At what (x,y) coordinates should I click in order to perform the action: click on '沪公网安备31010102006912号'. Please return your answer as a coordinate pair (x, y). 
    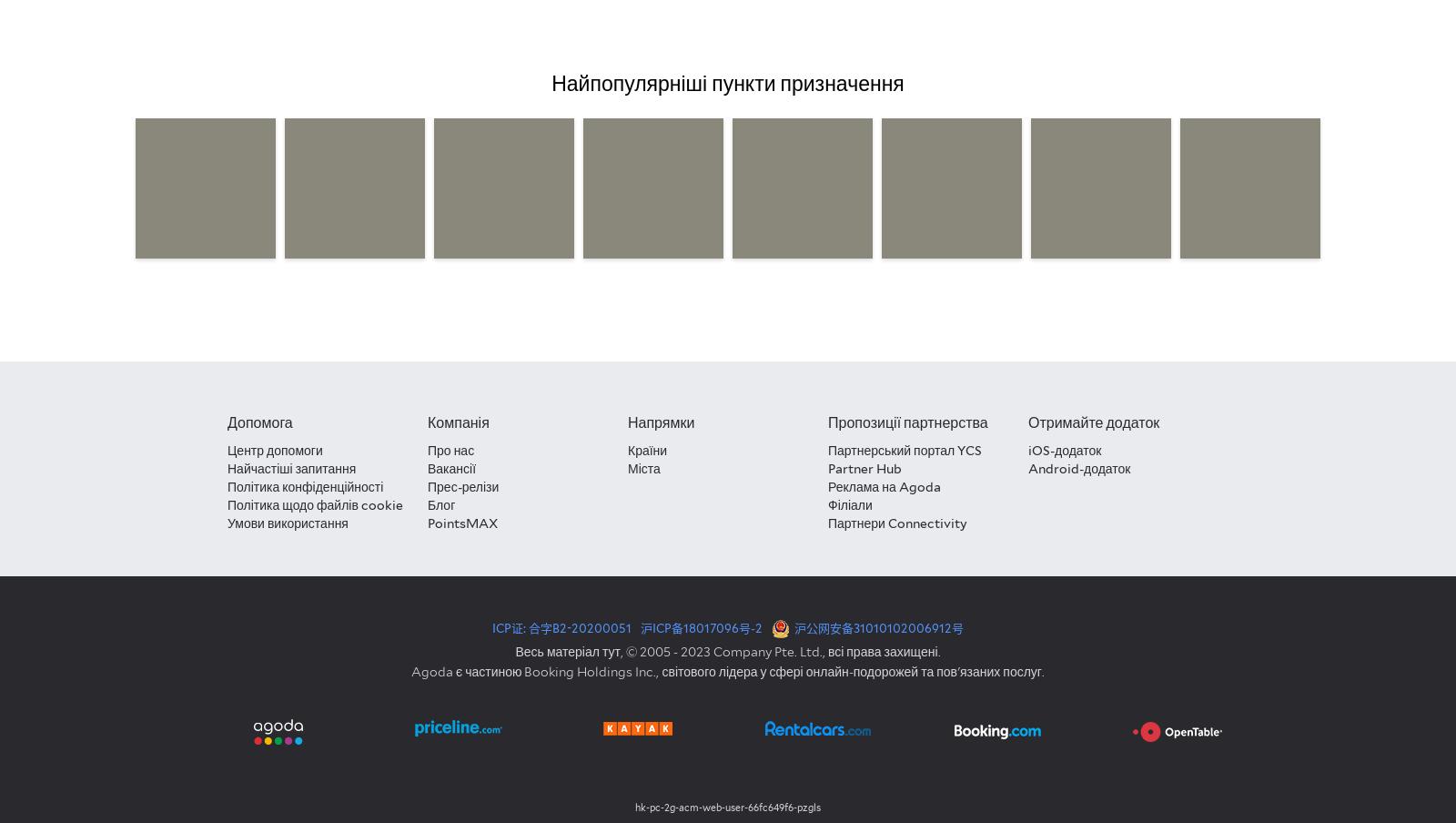
    Looking at the image, I should click on (793, 626).